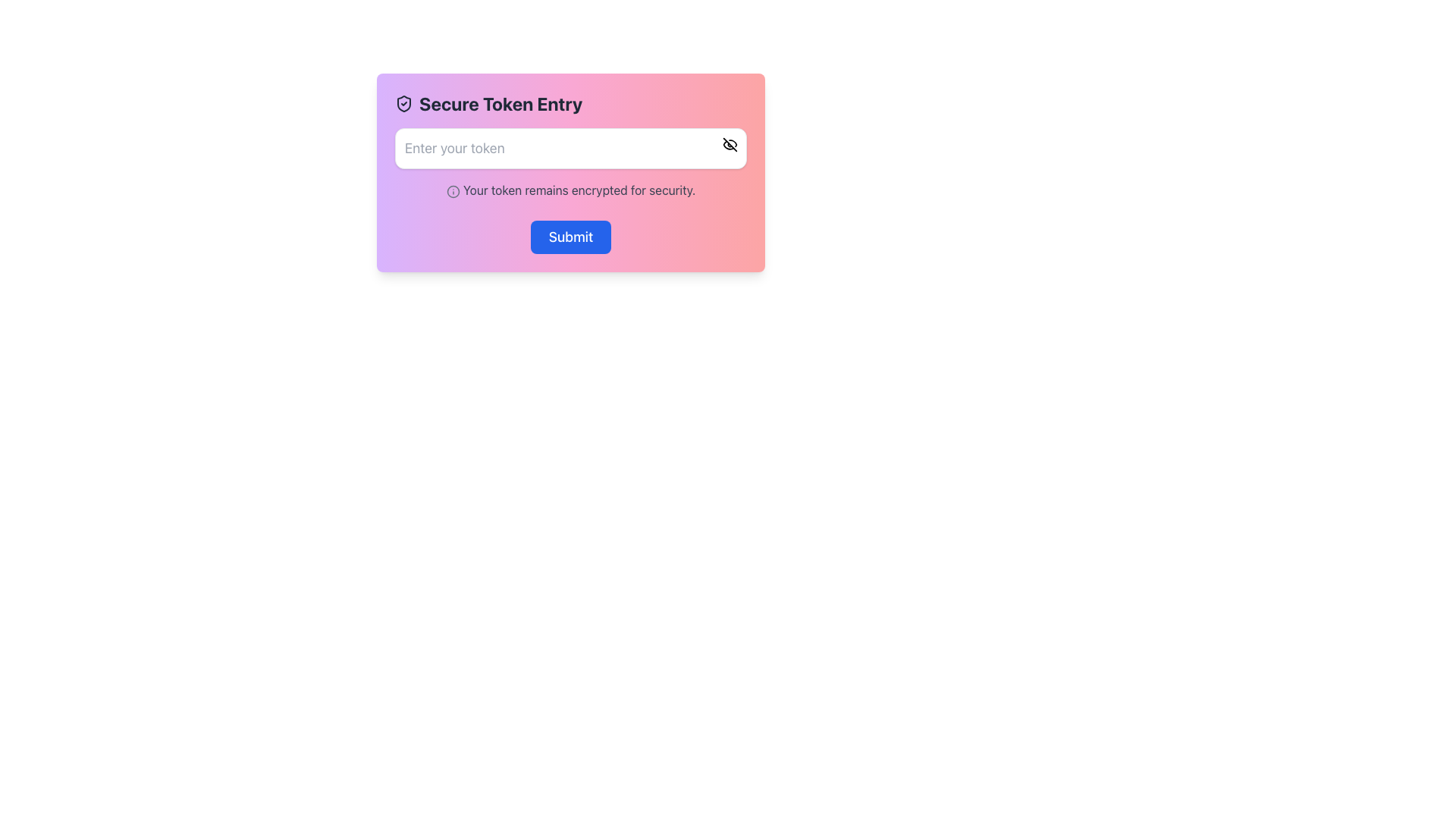  Describe the element at coordinates (730, 145) in the screenshot. I see `the input field labeled 'Enter your token' that the SVG slashed line icon is part of` at that location.